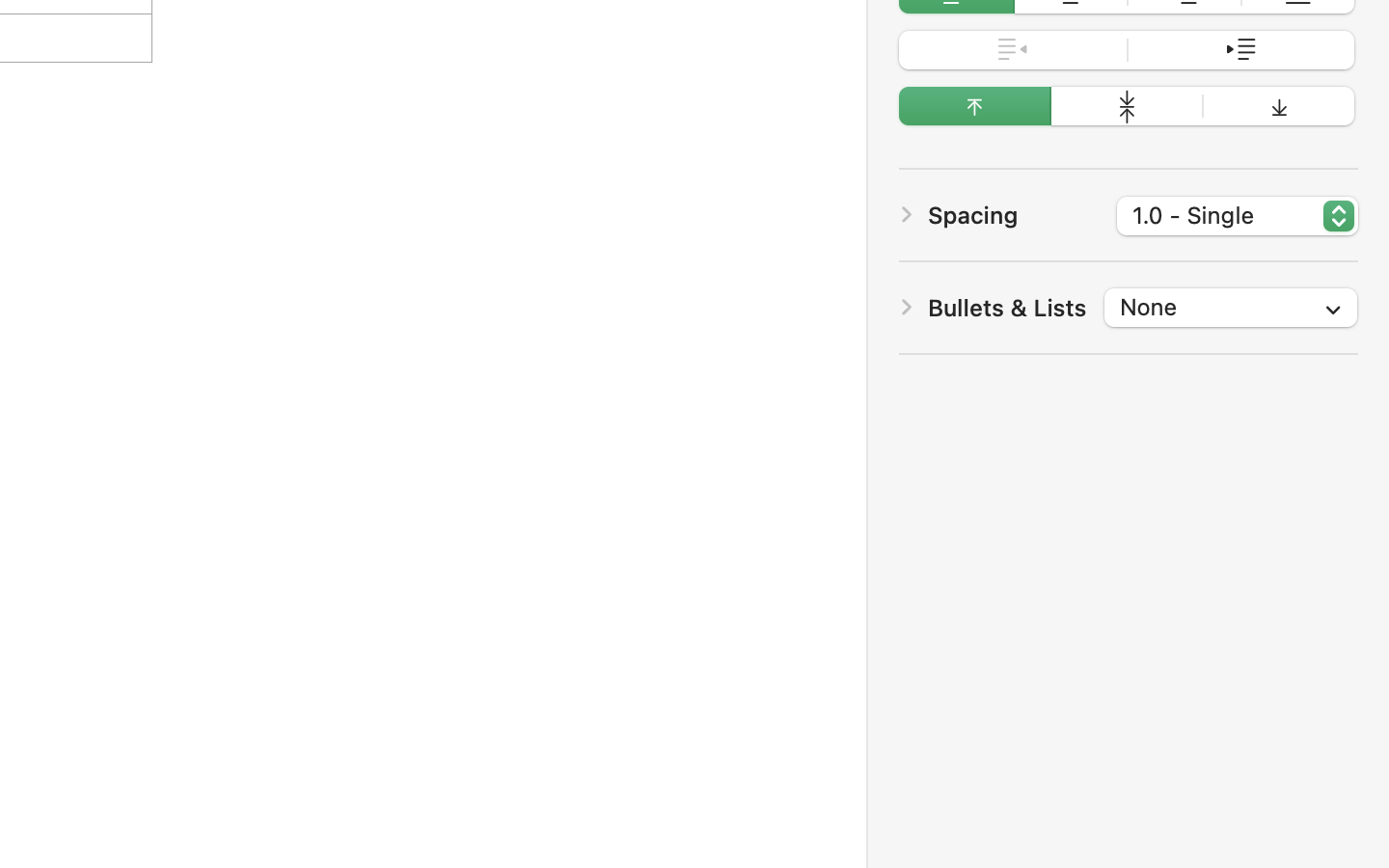  I want to click on 'Spacing', so click(972, 215).